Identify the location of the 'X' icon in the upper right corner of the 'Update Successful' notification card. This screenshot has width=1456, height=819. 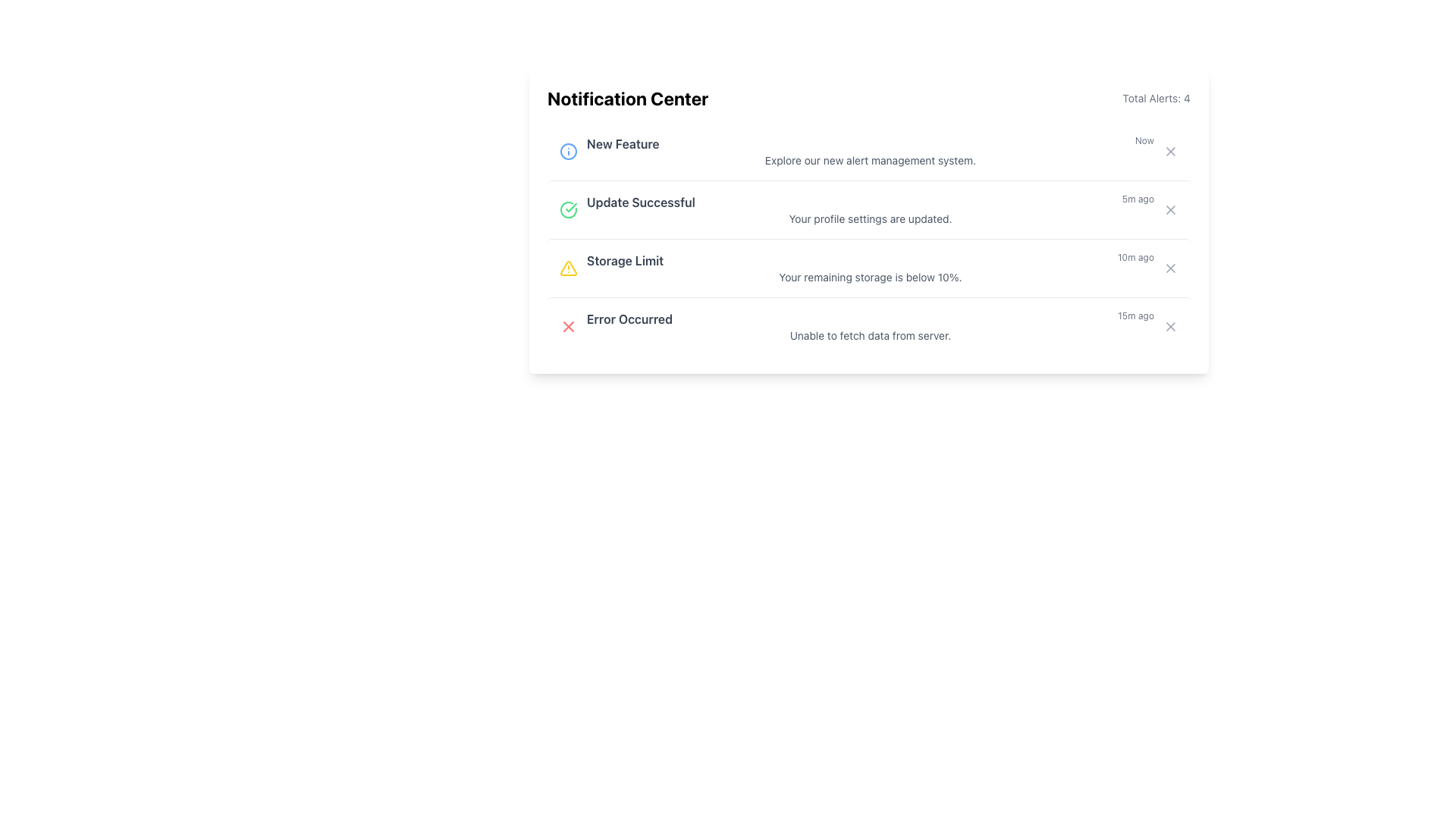
(1170, 210).